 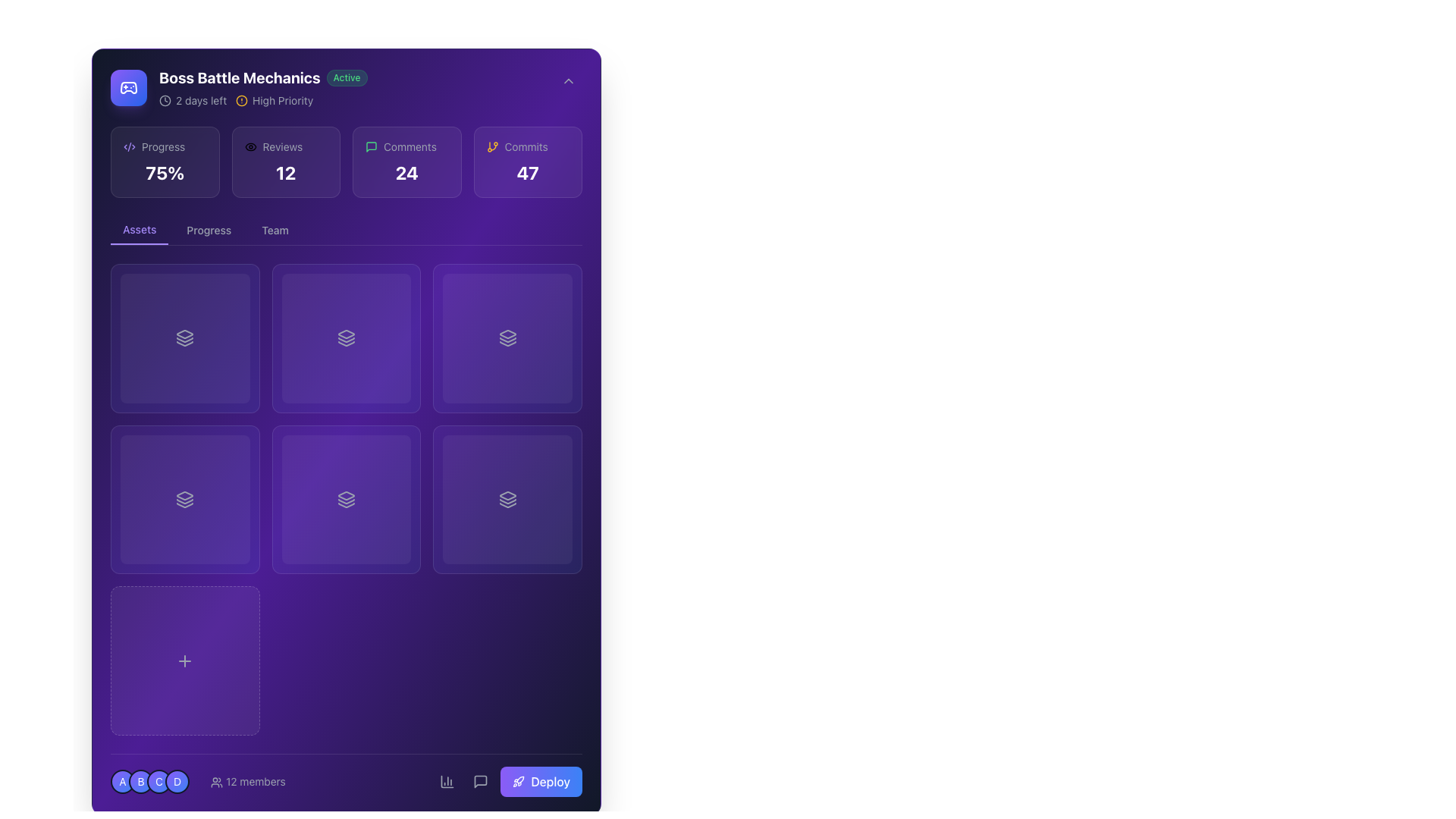 I want to click on the deploy button located at the bottom right corner of the application interface to observe the hover effect, so click(x=345, y=775).